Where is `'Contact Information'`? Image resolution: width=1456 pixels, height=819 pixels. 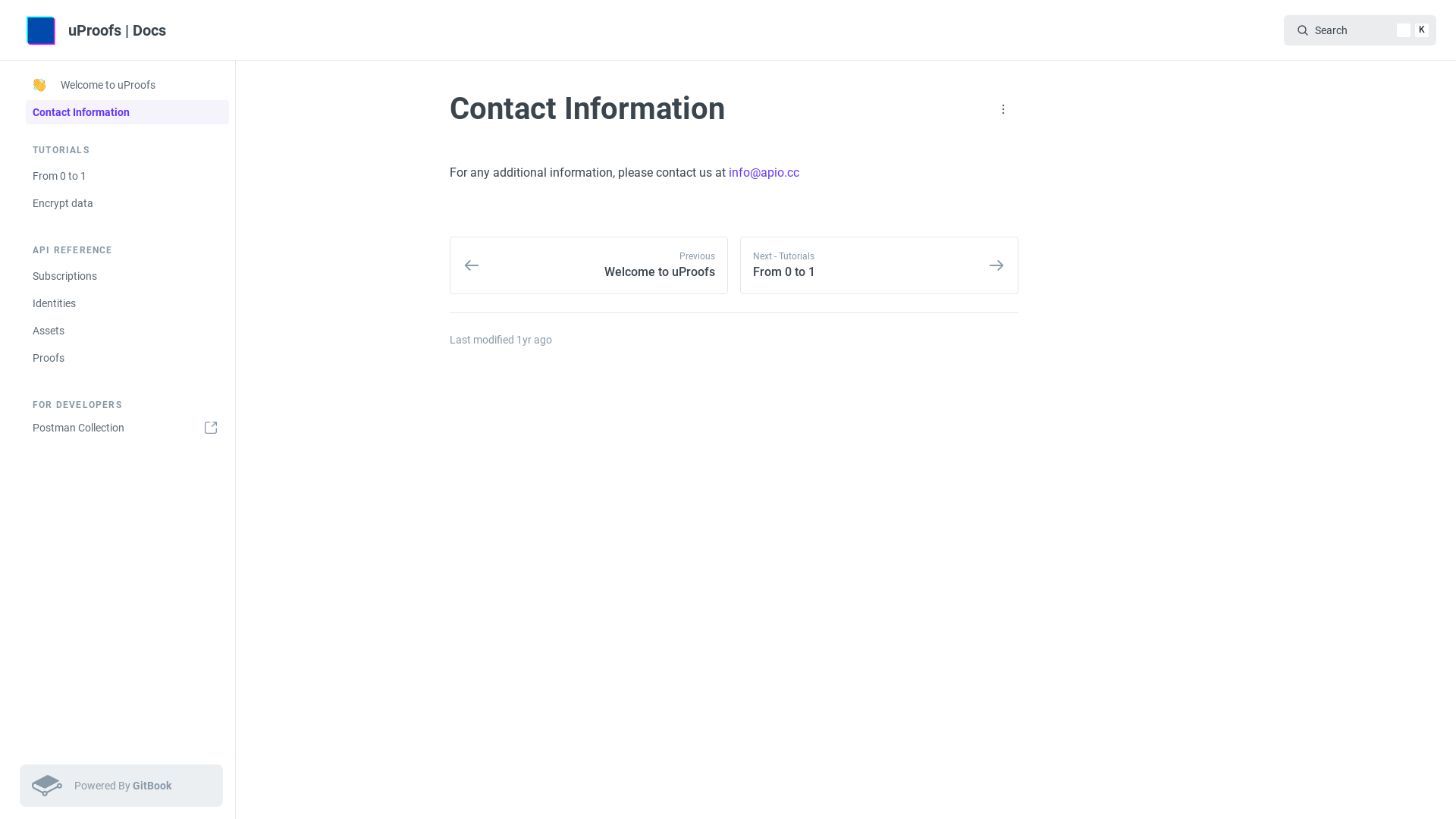
'Contact Information' is located at coordinates (127, 111).